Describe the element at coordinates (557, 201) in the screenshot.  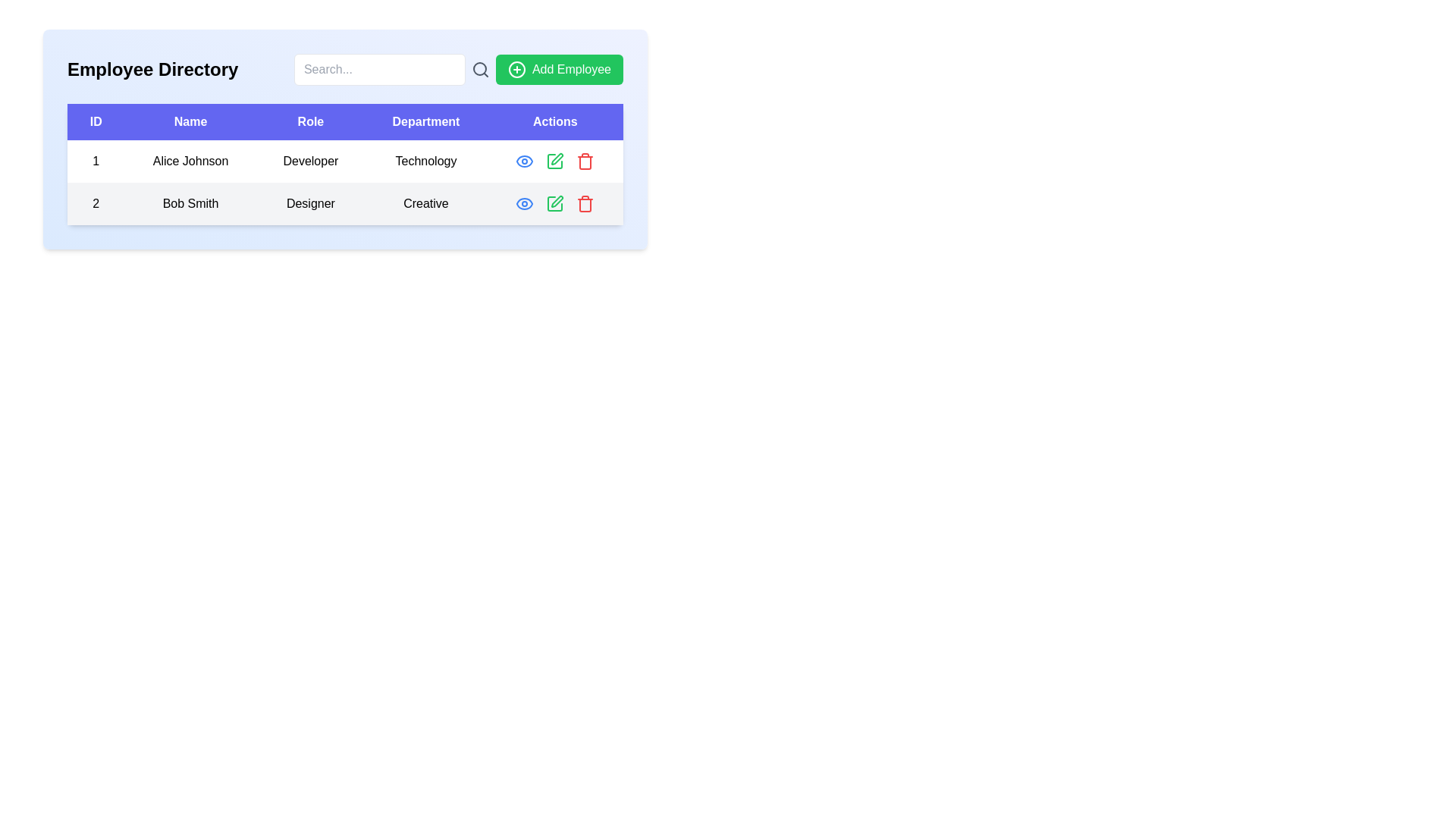
I see `the SVG icon representing a pen or pencil in the 'Actions' column of the second row in the data table, which symbolizes edit functionality` at that location.